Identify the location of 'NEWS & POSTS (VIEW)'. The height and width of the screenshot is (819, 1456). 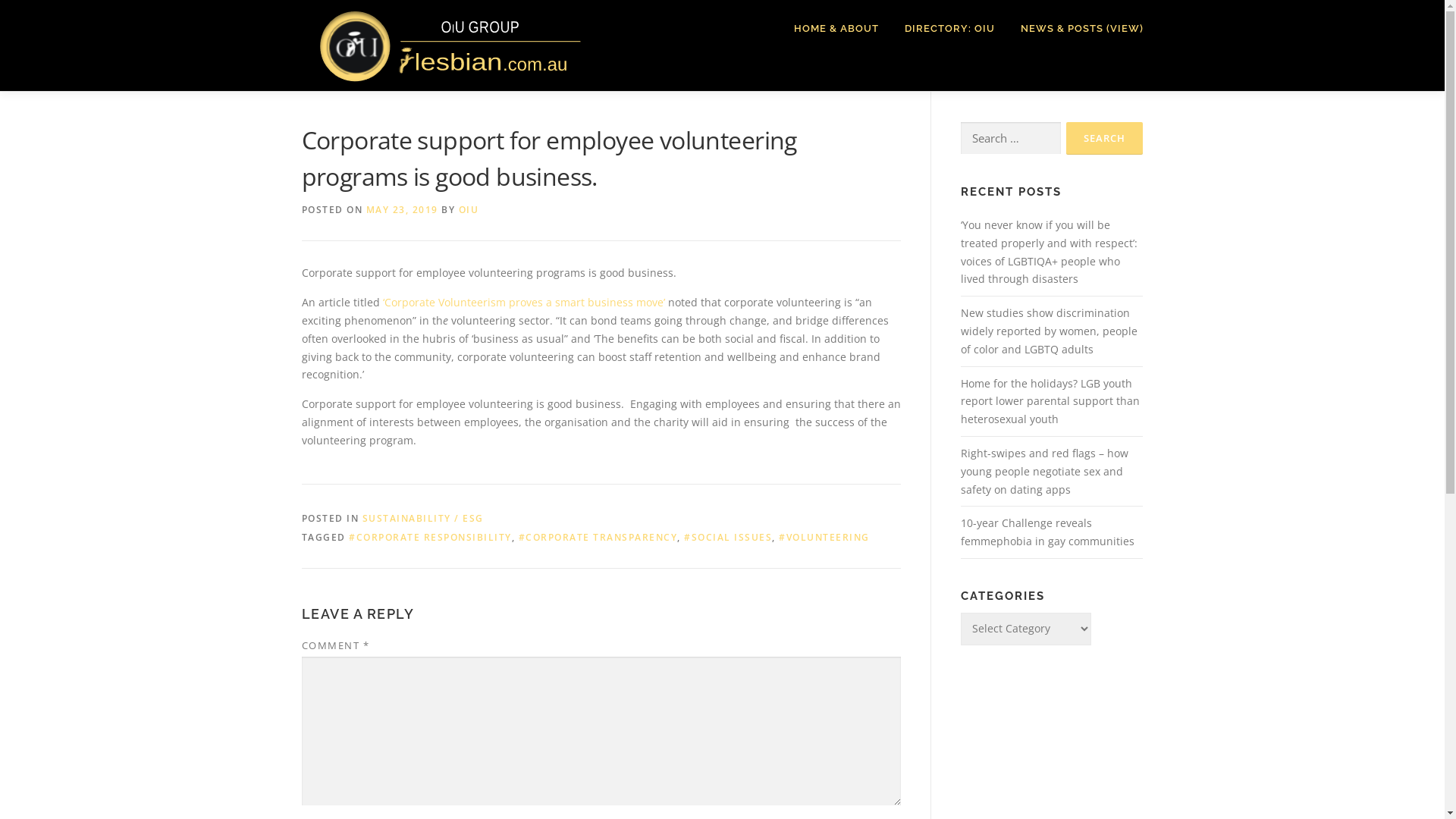
(1007, 28).